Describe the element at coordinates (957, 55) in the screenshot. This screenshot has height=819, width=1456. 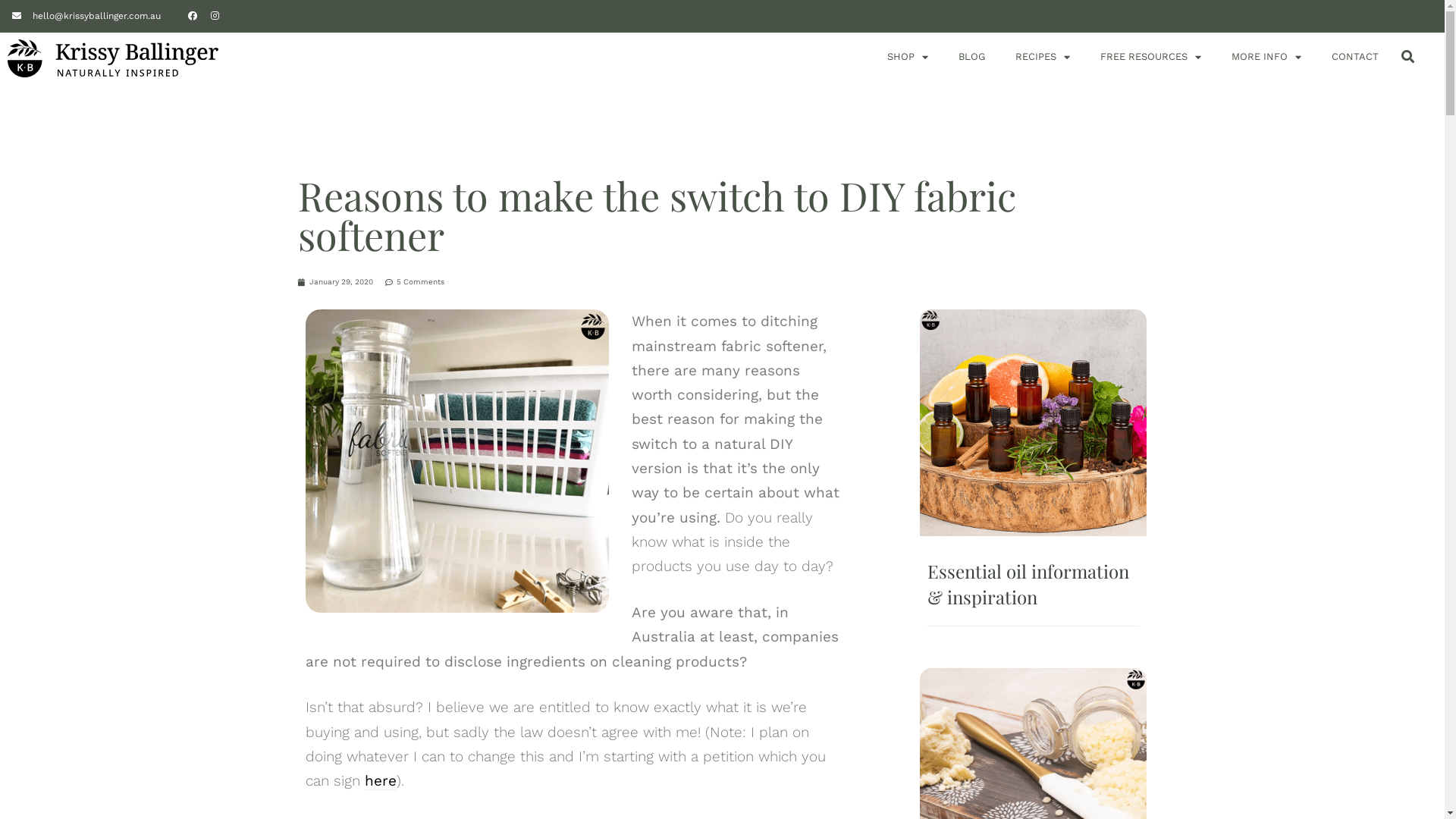
I see `'BLOG'` at that location.